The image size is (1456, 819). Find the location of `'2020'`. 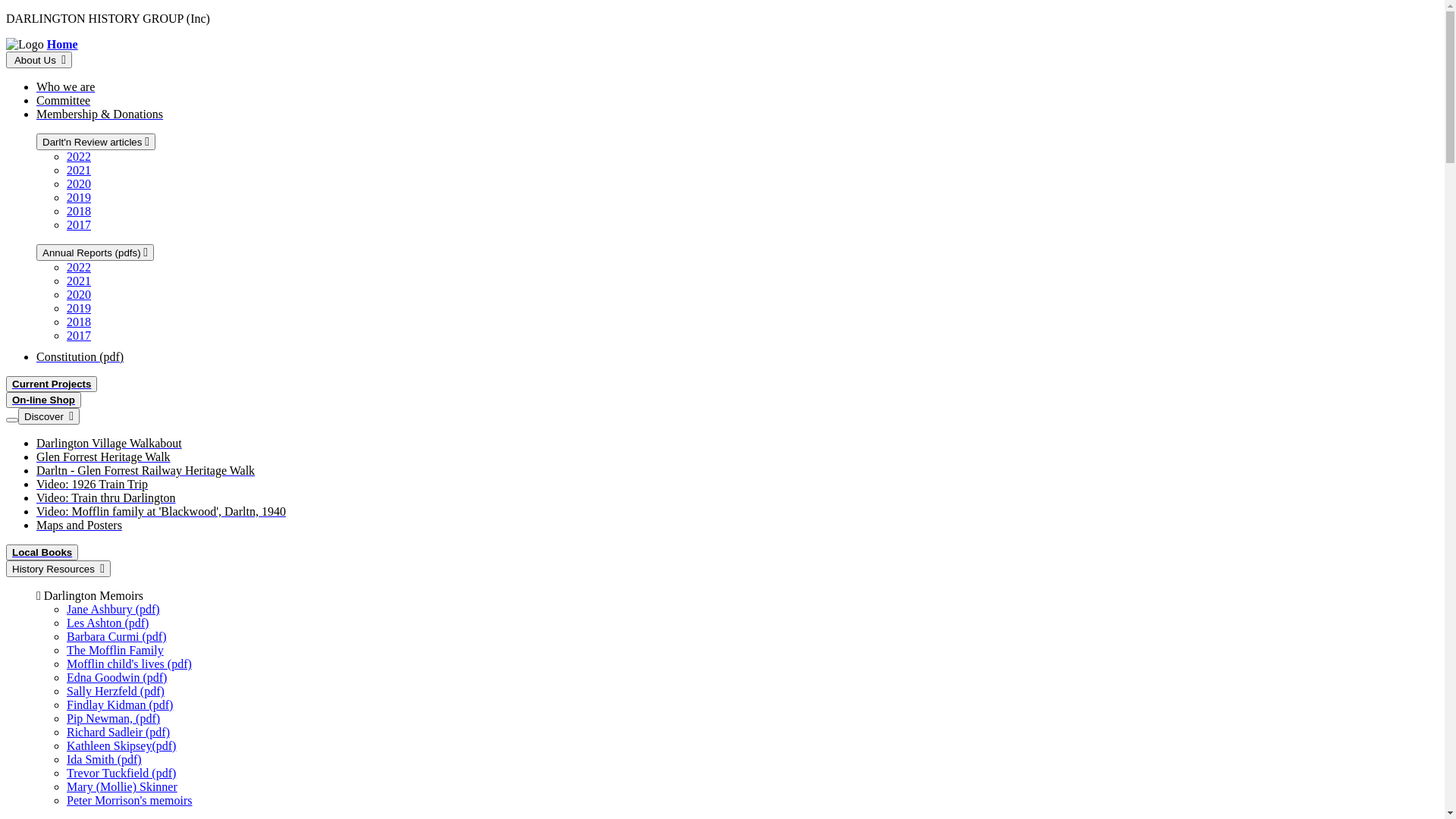

'2020' is located at coordinates (78, 183).